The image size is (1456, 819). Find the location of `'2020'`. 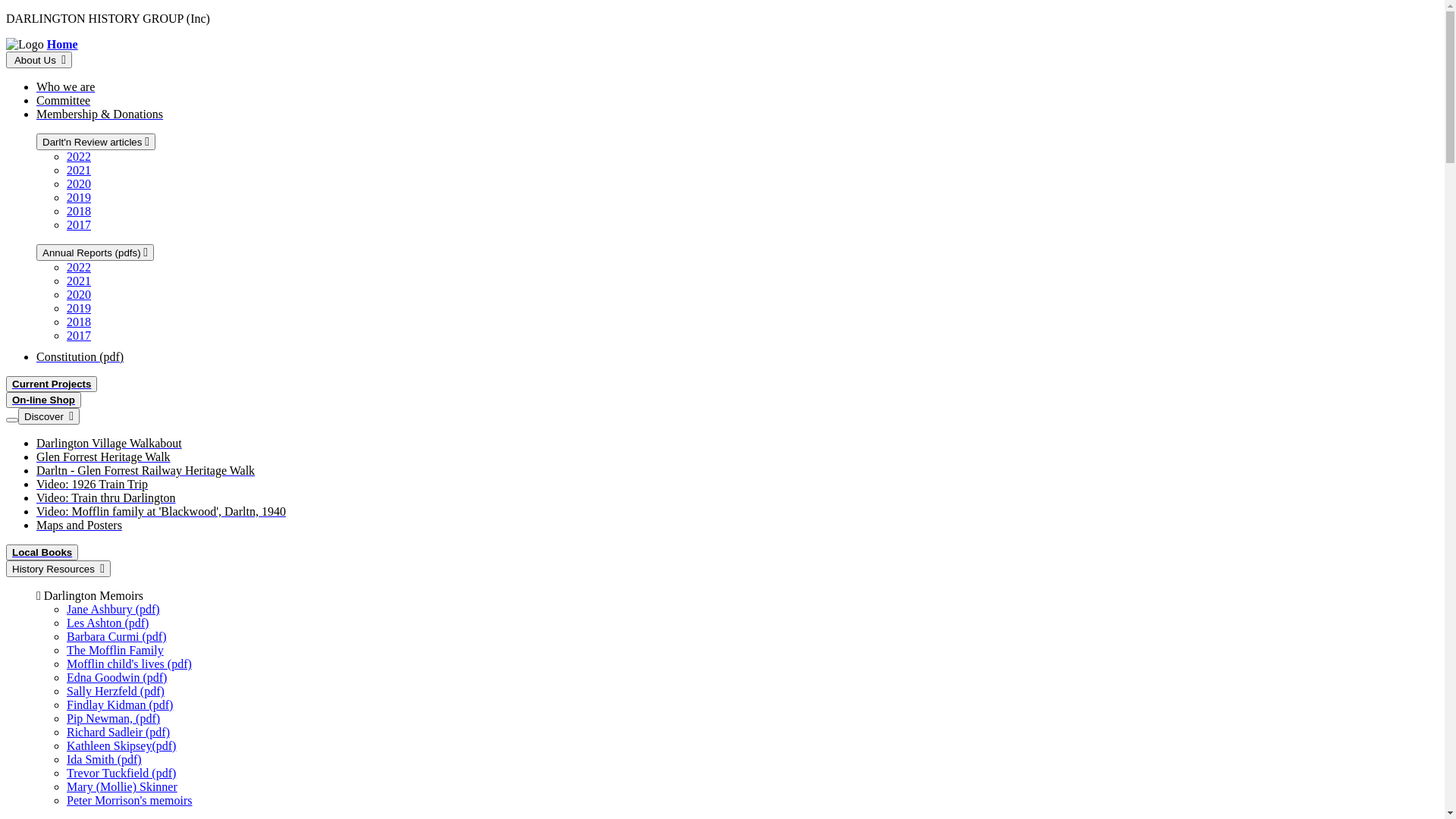

'2020' is located at coordinates (78, 183).